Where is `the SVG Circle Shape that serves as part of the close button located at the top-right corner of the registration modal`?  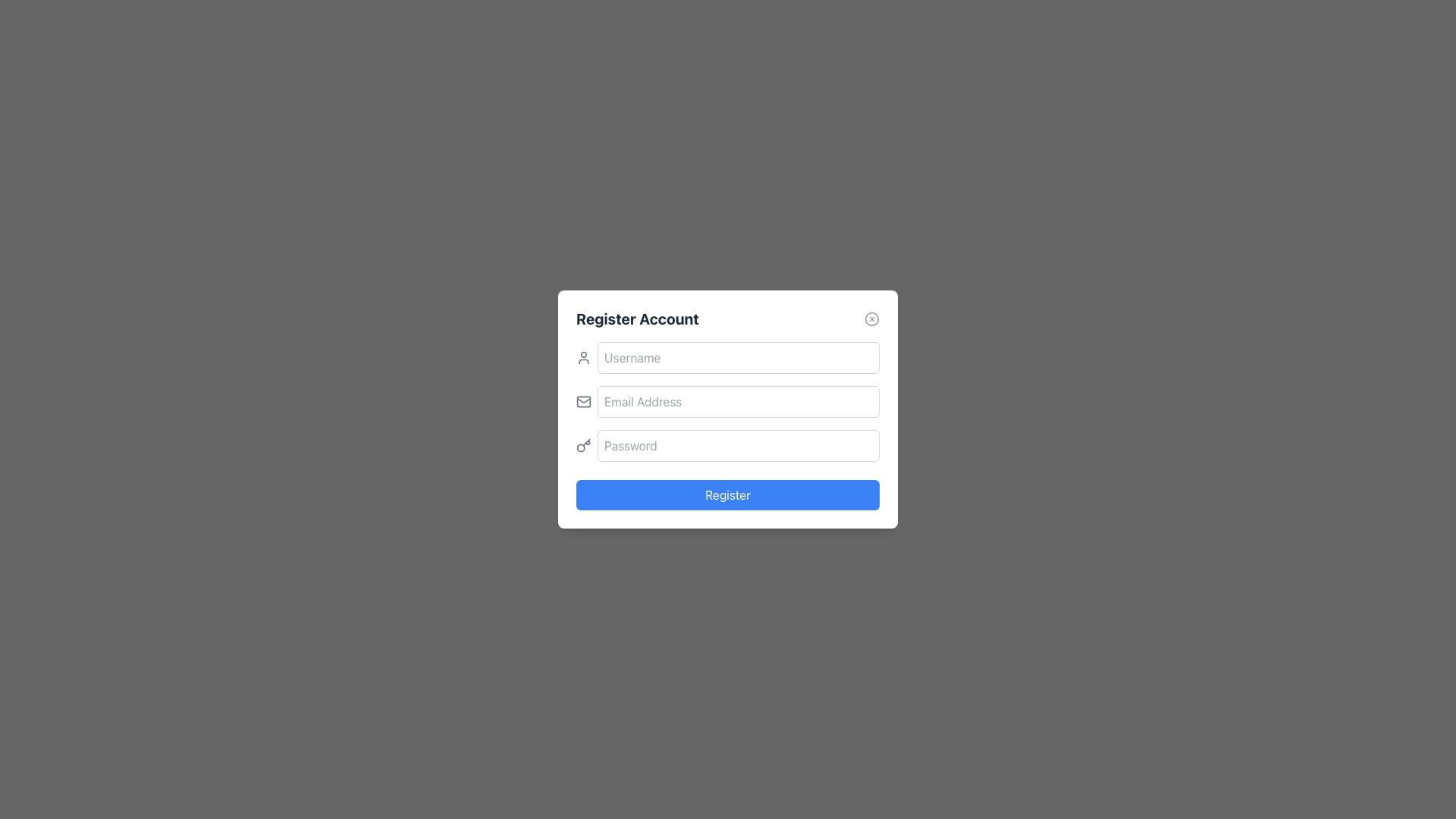 the SVG Circle Shape that serves as part of the close button located at the top-right corner of the registration modal is located at coordinates (872, 318).